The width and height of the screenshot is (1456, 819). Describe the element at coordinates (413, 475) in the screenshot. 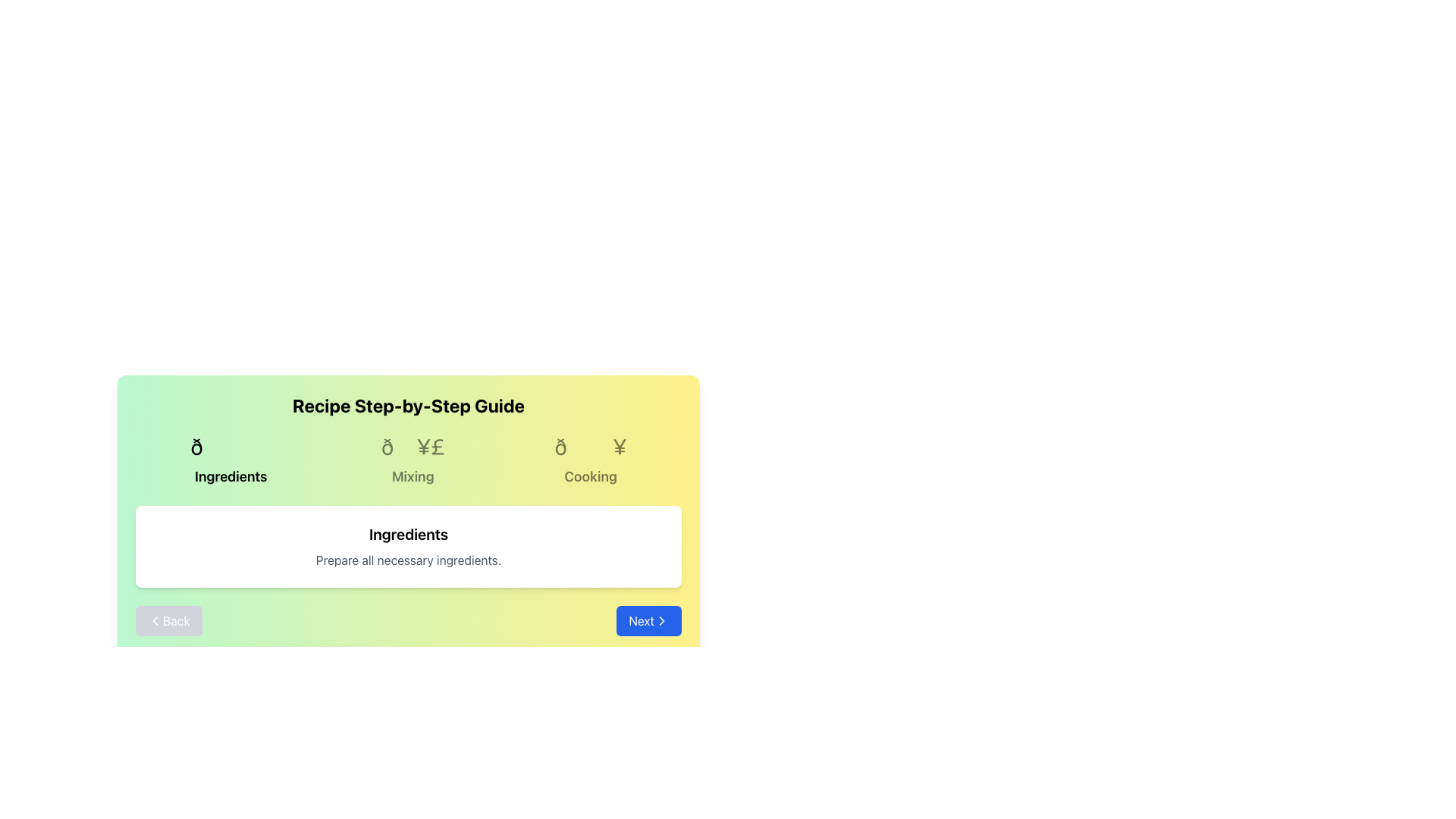

I see `the text label 'Mixing' which is a larger, bold font centrally positioned below an emoji in the top section of the interface` at that location.